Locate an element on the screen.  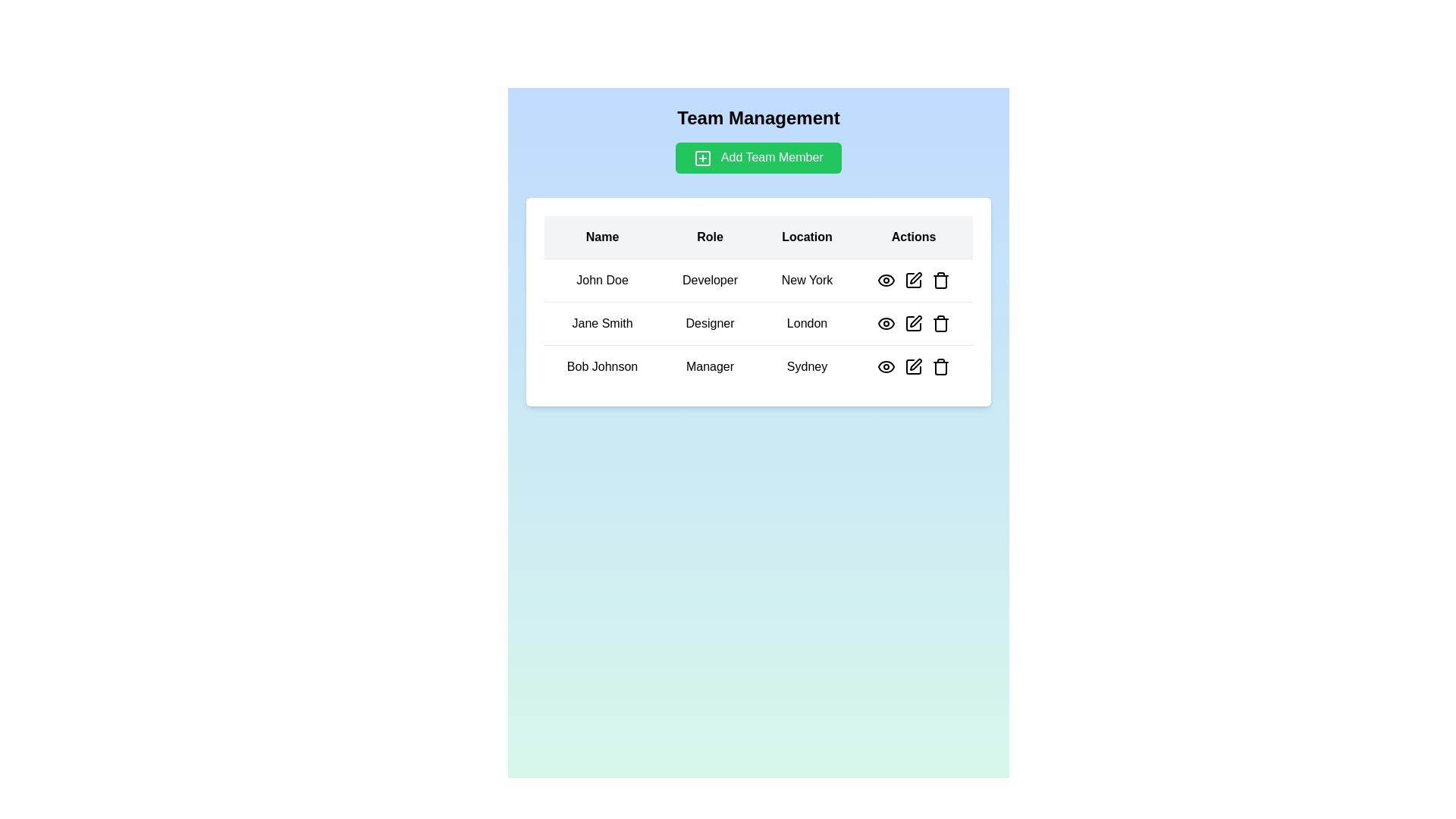
the 'Team Management' text label, which is styled with a bold, extra-large font on a light blue background and serves as the title of the section is located at coordinates (758, 117).